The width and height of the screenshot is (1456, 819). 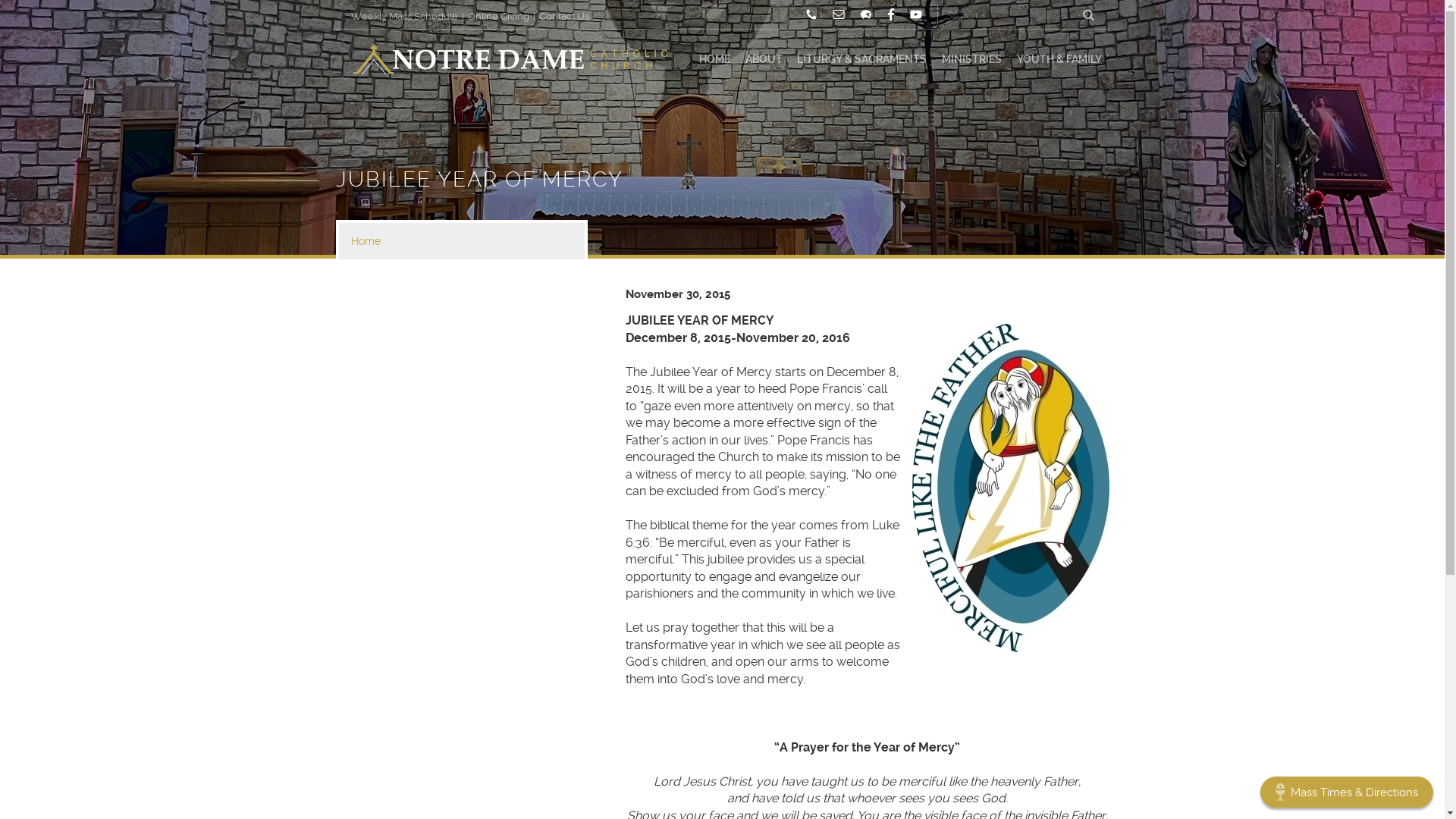 What do you see at coordinates (764, 58) in the screenshot?
I see `'ABOUT'` at bounding box center [764, 58].